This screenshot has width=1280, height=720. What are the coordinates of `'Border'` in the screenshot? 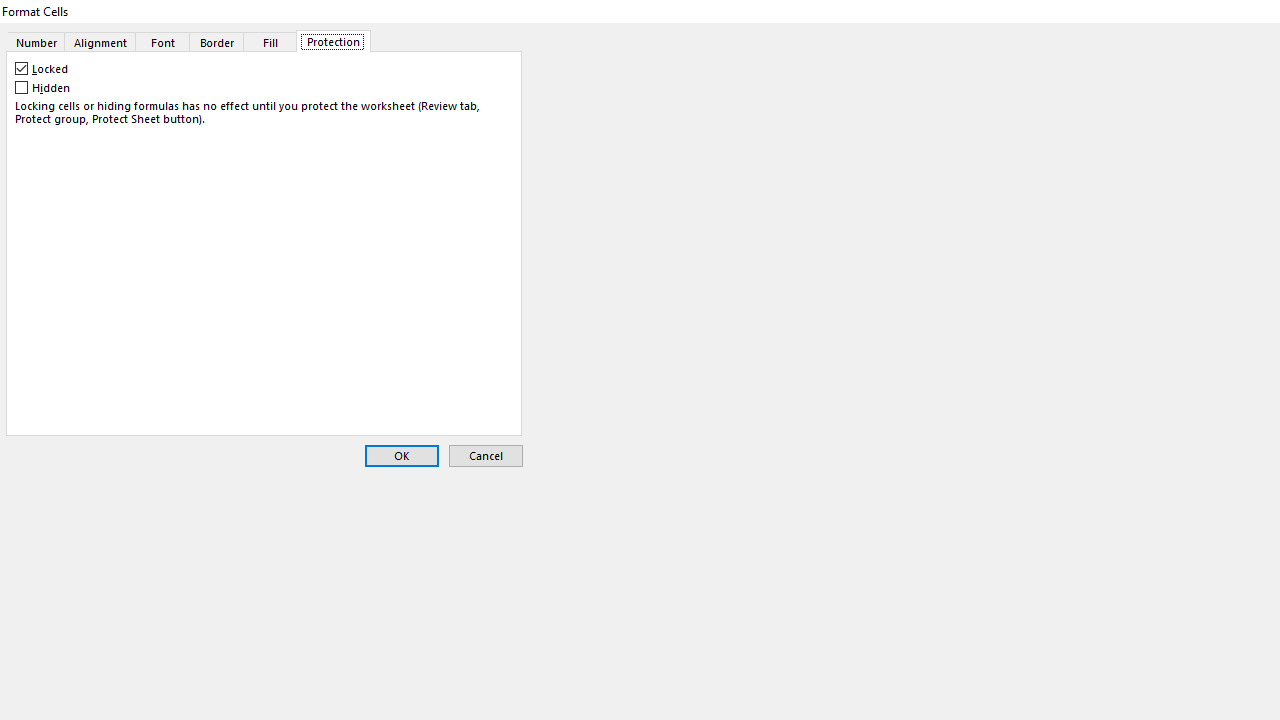 It's located at (216, 41).